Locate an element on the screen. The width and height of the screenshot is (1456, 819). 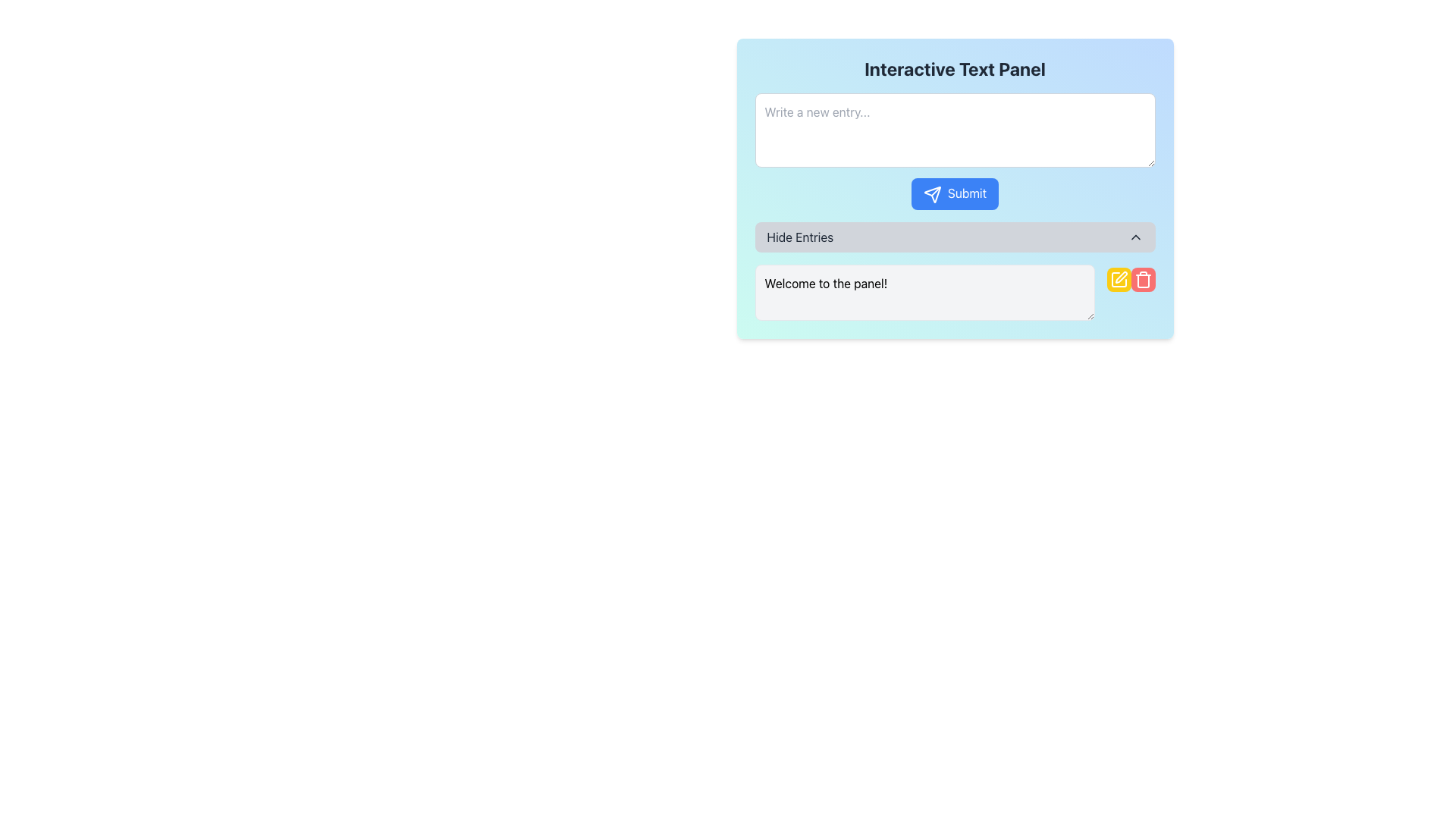
the delete button located at the bottom-right corner of the text entry section, which is the second button to the right of the text entry box is located at coordinates (1143, 279).